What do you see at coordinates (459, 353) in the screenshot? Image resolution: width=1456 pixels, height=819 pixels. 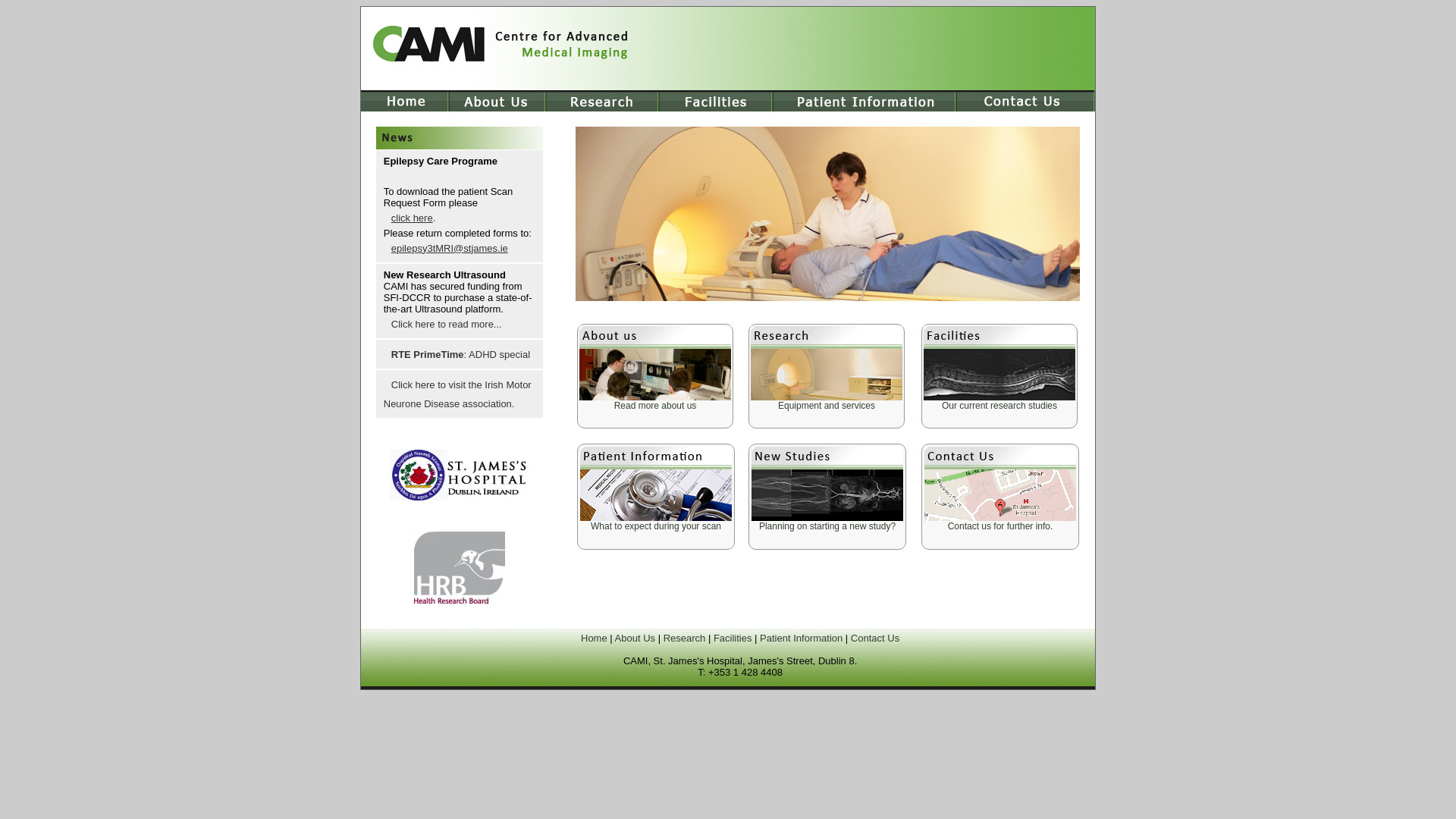 I see `'RTE PrimeTime: ADHD special'` at bounding box center [459, 353].